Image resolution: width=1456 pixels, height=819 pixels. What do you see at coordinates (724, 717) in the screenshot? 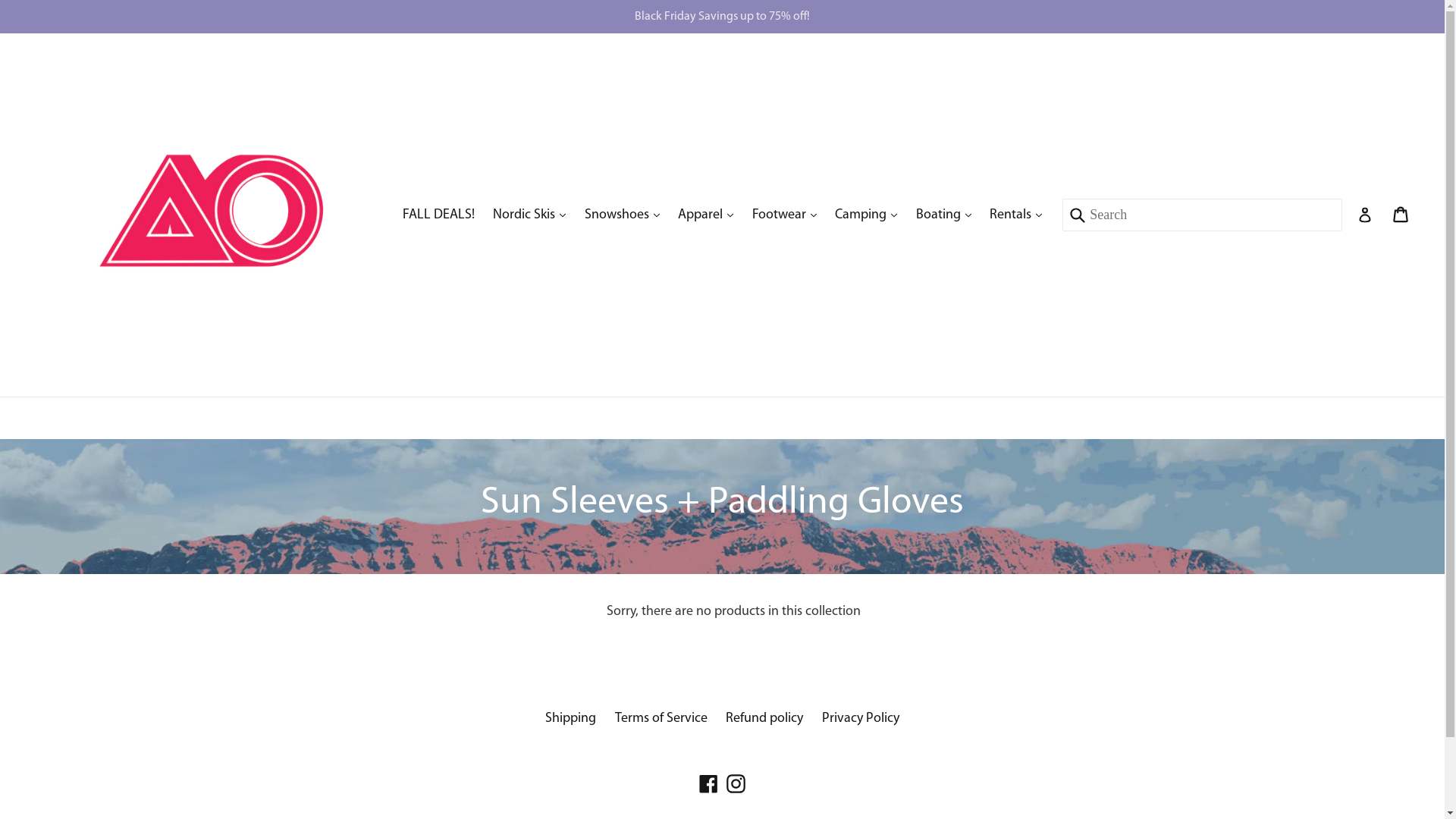
I see `'Refund policy'` at bounding box center [724, 717].